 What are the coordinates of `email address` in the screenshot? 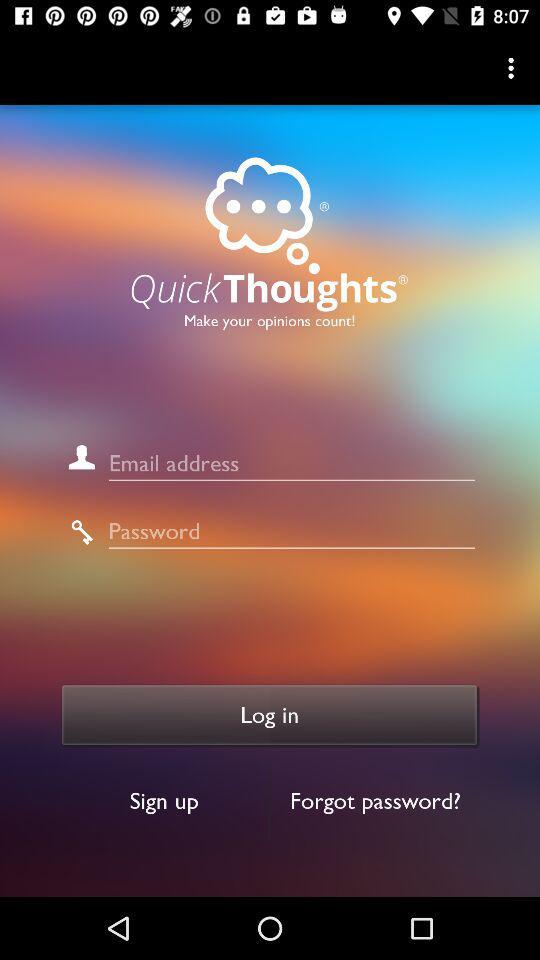 It's located at (290, 463).